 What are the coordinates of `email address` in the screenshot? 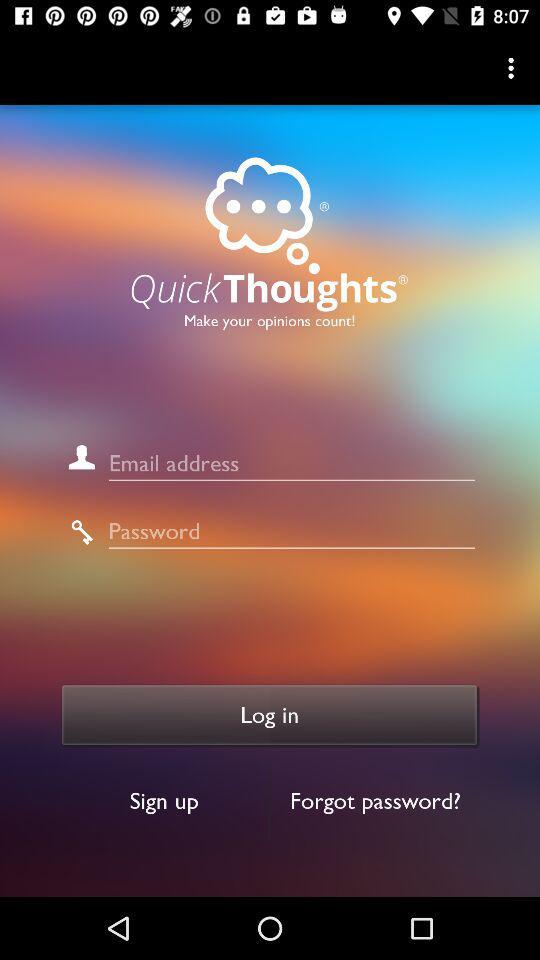 It's located at (290, 463).